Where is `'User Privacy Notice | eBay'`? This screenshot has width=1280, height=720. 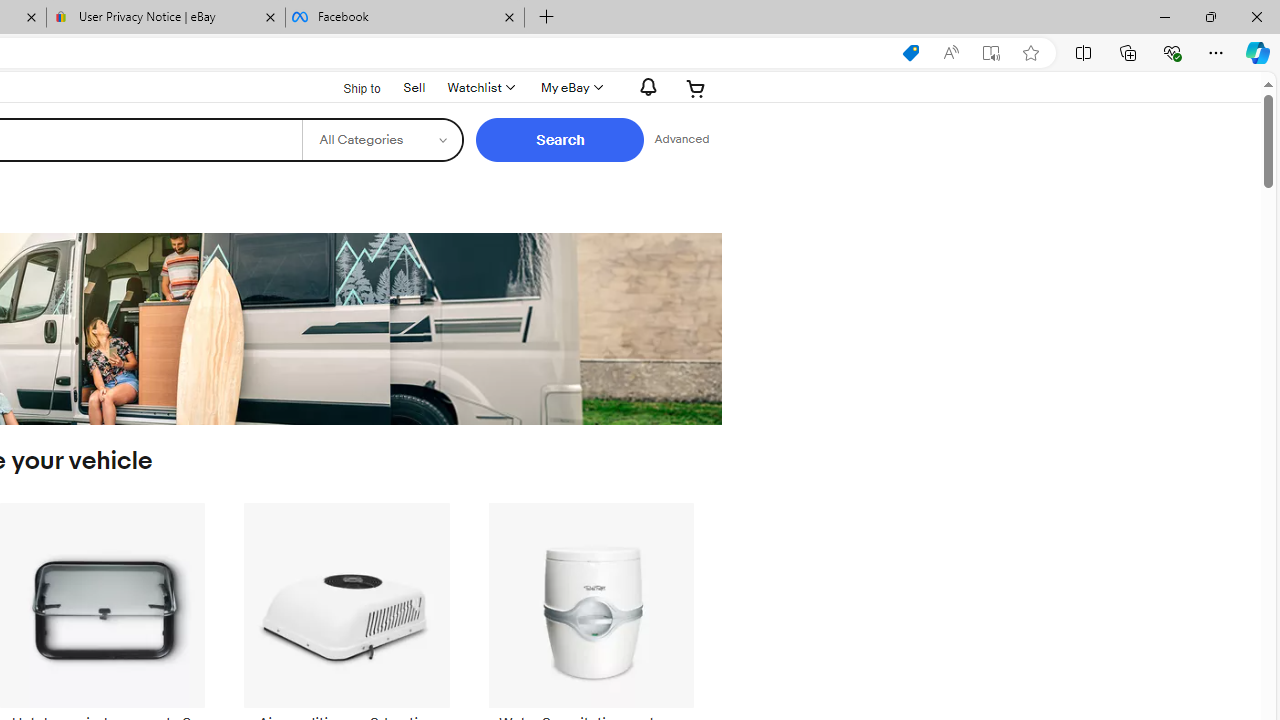 'User Privacy Notice | eBay' is located at coordinates (166, 17).